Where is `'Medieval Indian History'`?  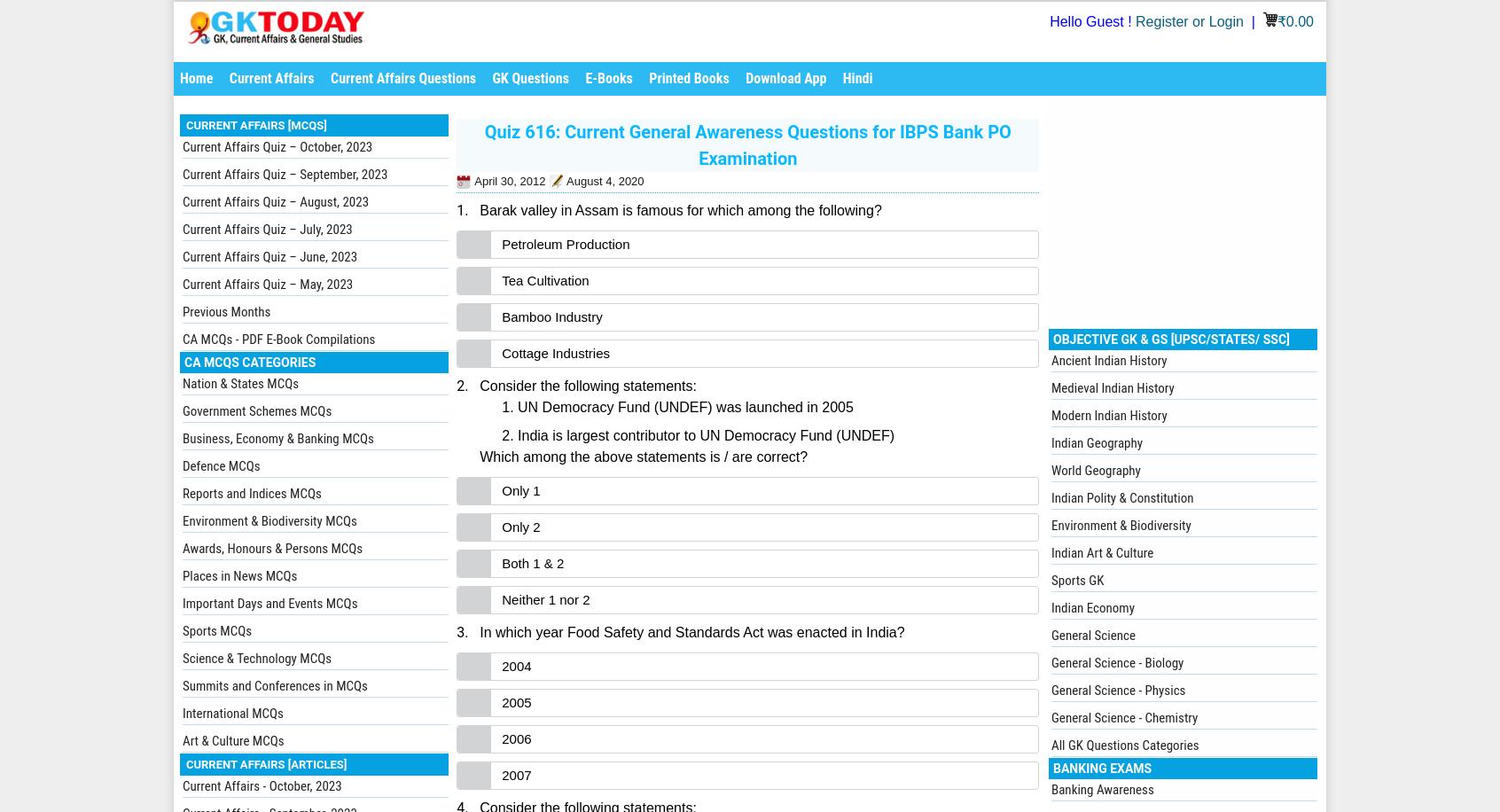 'Medieval Indian History' is located at coordinates (1050, 387).